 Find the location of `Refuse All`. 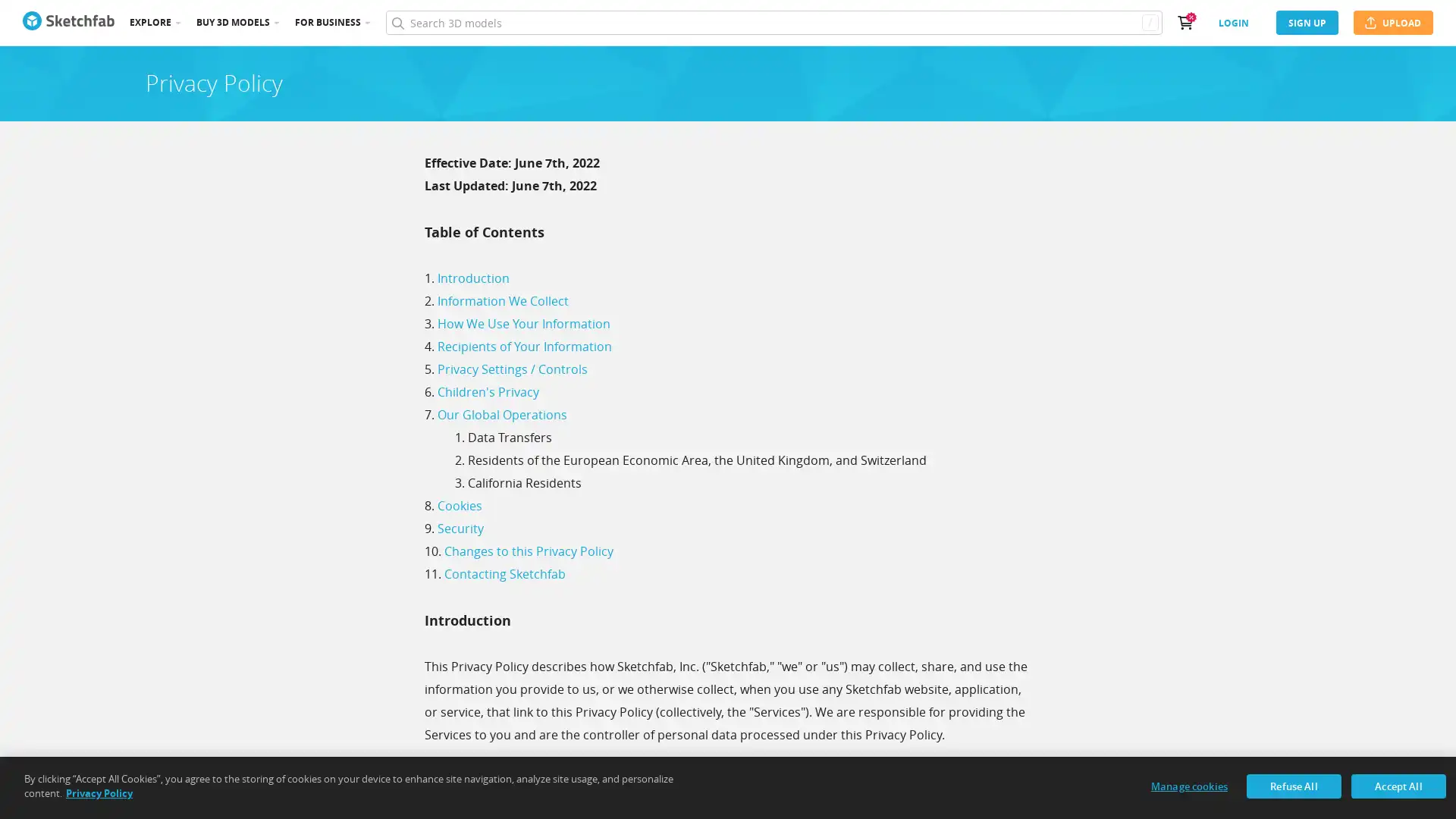

Refuse All is located at coordinates (1293, 786).